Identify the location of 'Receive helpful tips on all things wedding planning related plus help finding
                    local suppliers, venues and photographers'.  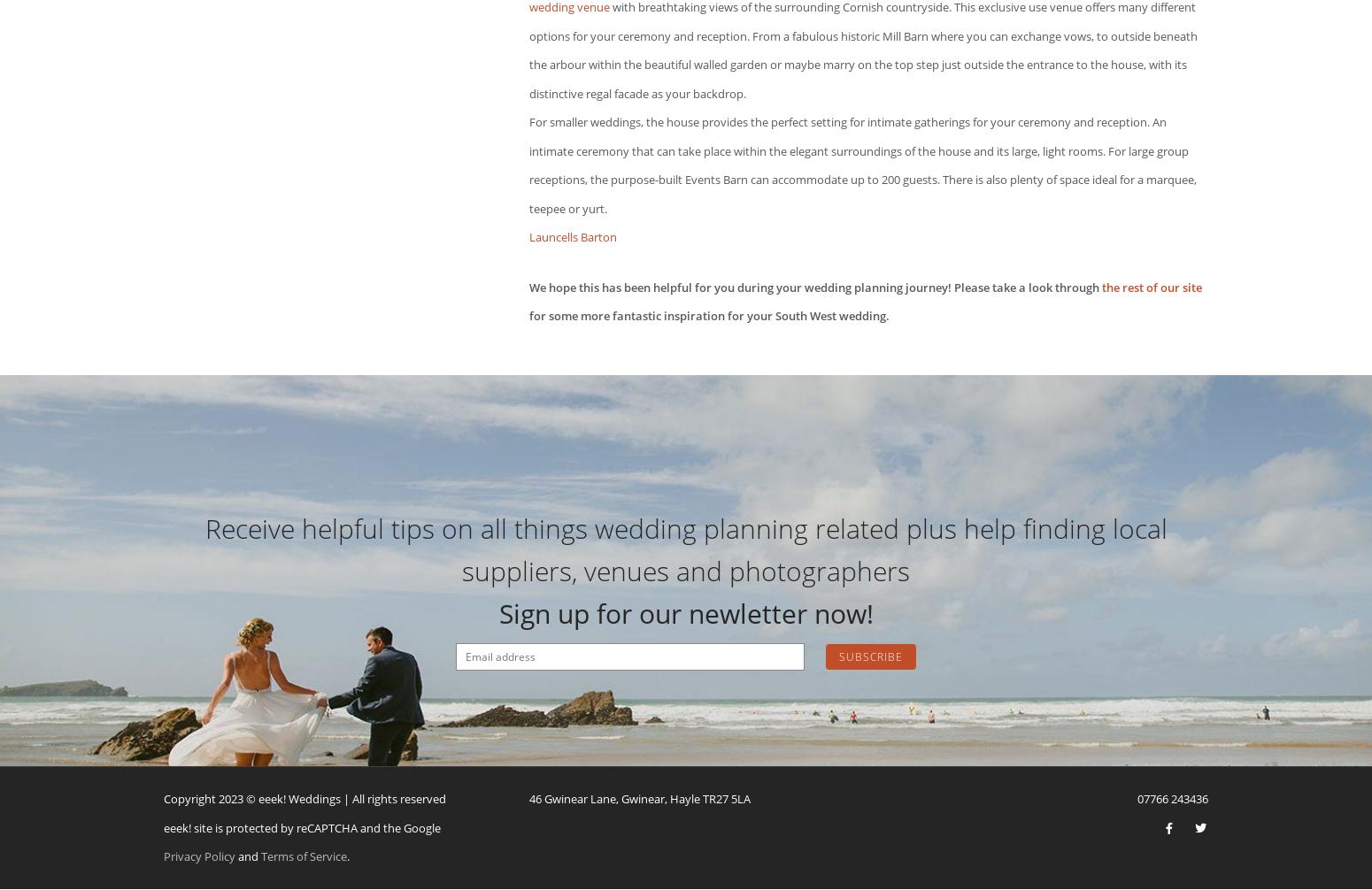
(685, 549).